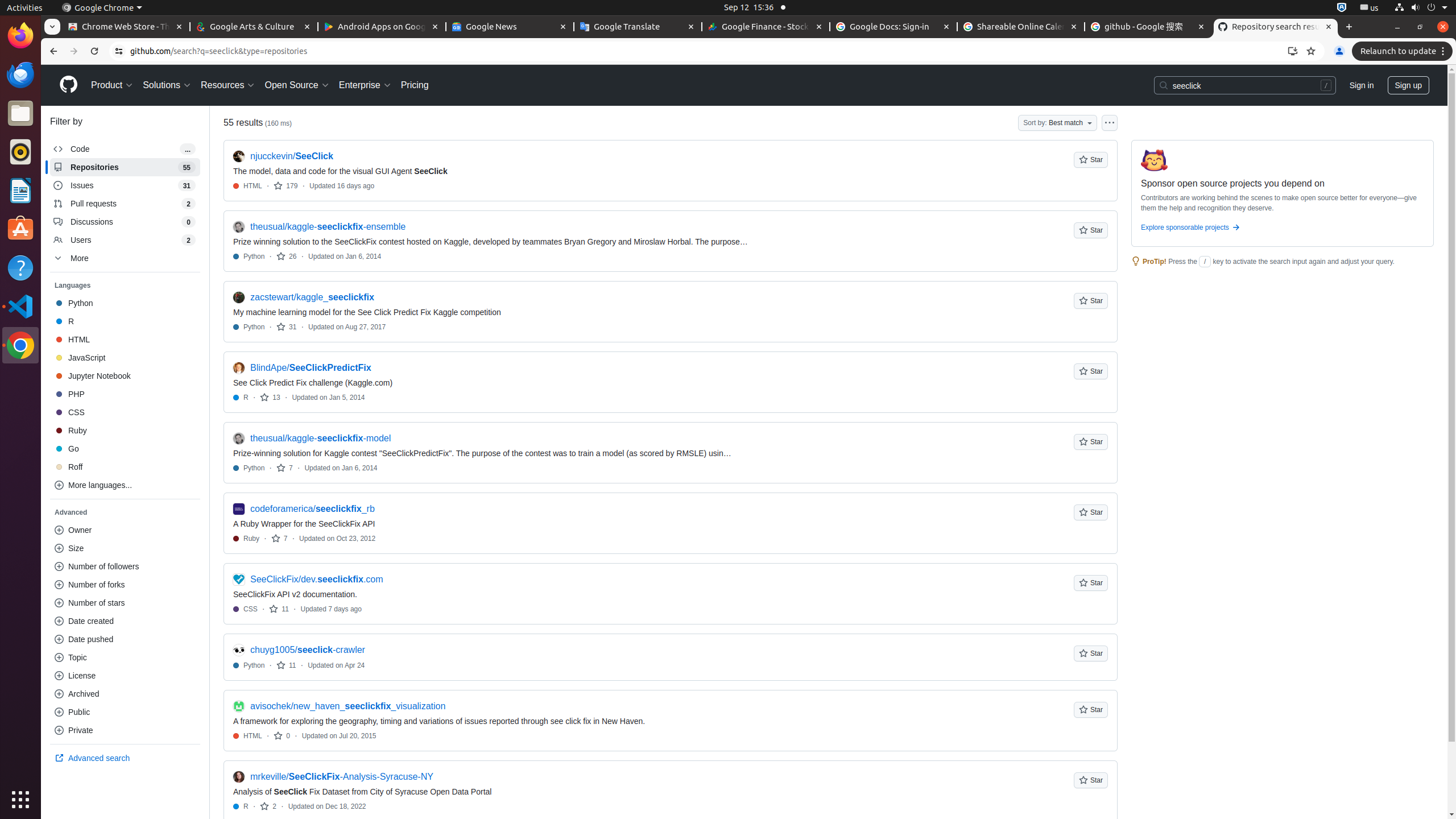 The width and height of the screenshot is (1456, 819). I want to click on '‎R‎', so click(125, 321).